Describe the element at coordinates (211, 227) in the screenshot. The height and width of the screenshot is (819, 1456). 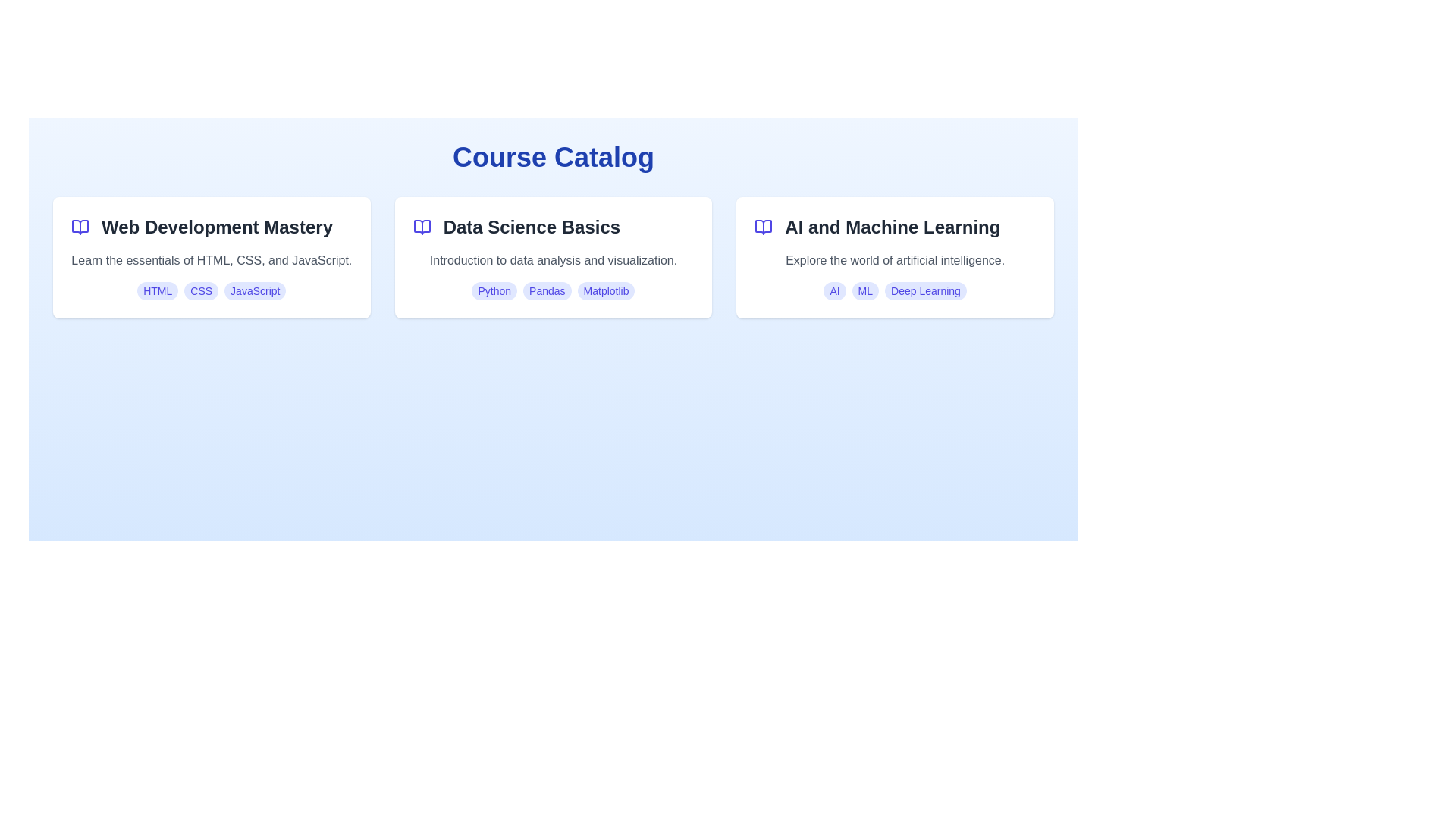
I see `the title 'Web Development Mastery' in the first card of the horizontal layout` at that location.